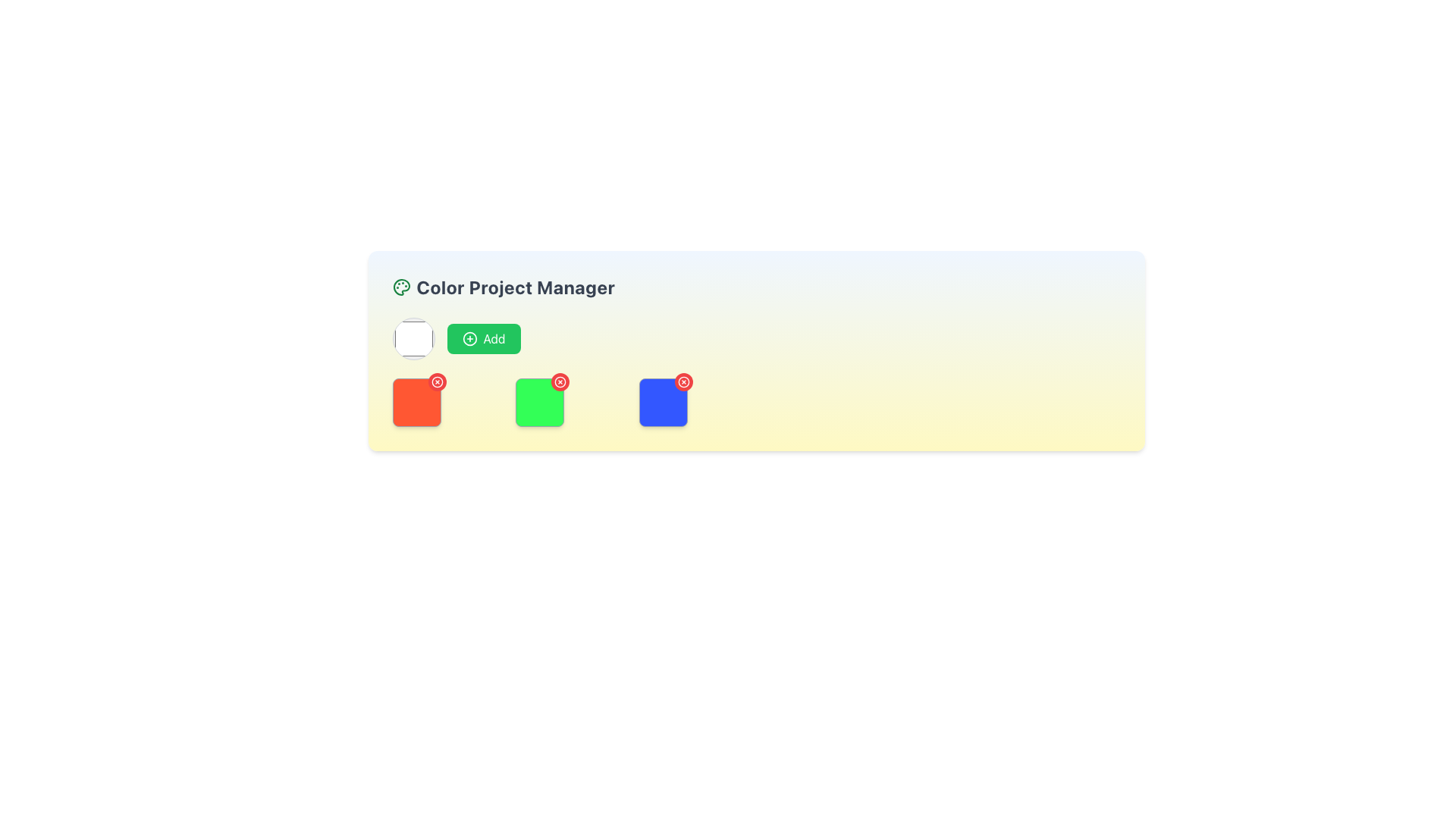 The width and height of the screenshot is (1456, 819). I want to click on the SVG Circle element that is part of an 'X' mark icon, indicating a close or delete action adjacent to a colored square button, so click(436, 381).